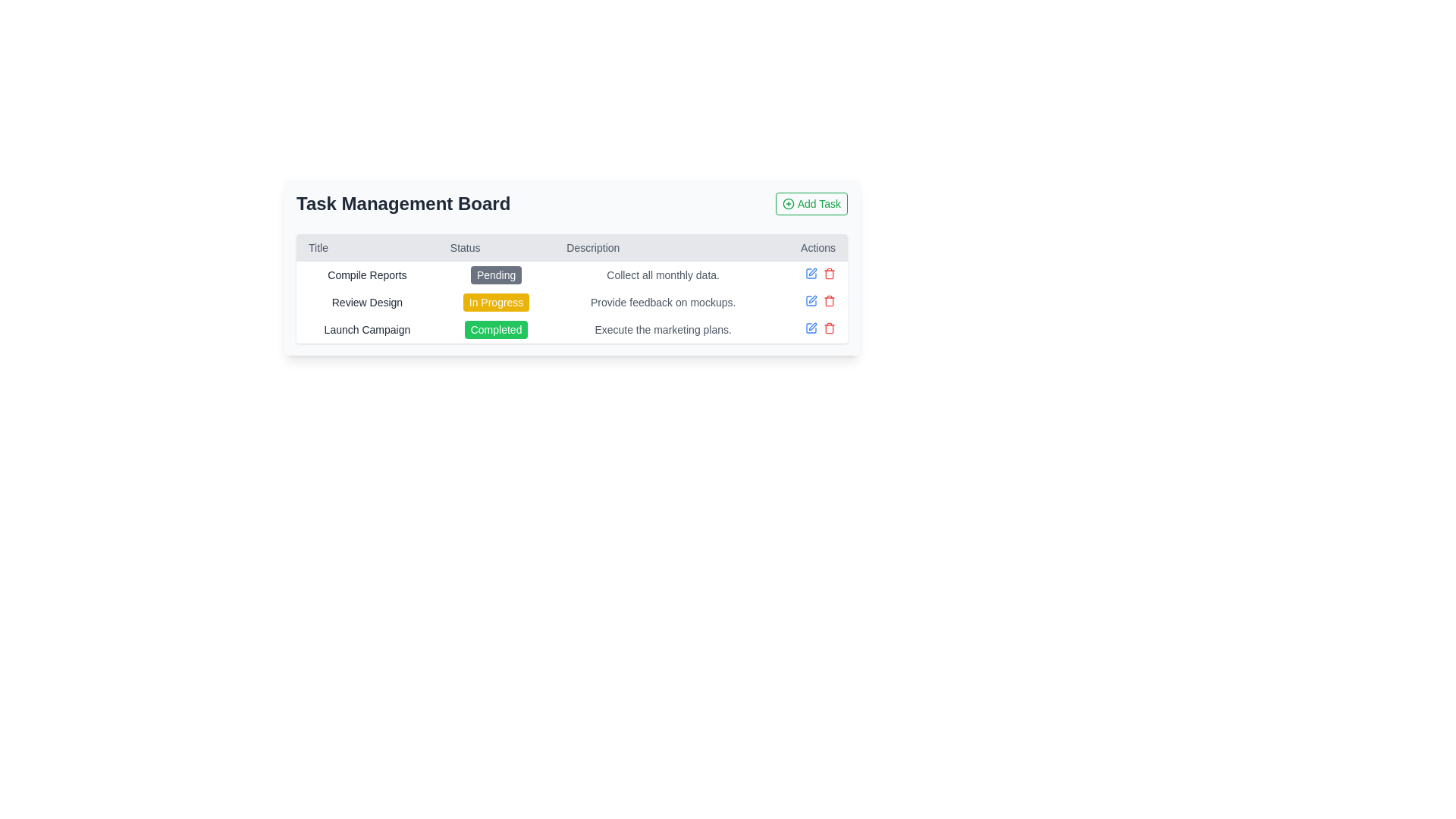 The width and height of the screenshot is (1456, 819). Describe the element at coordinates (367, 329) in the screenshot. I see `the label indicating the title of the task 'Execute the marketing plans' located in the third row under the 'Title' column` at that location.